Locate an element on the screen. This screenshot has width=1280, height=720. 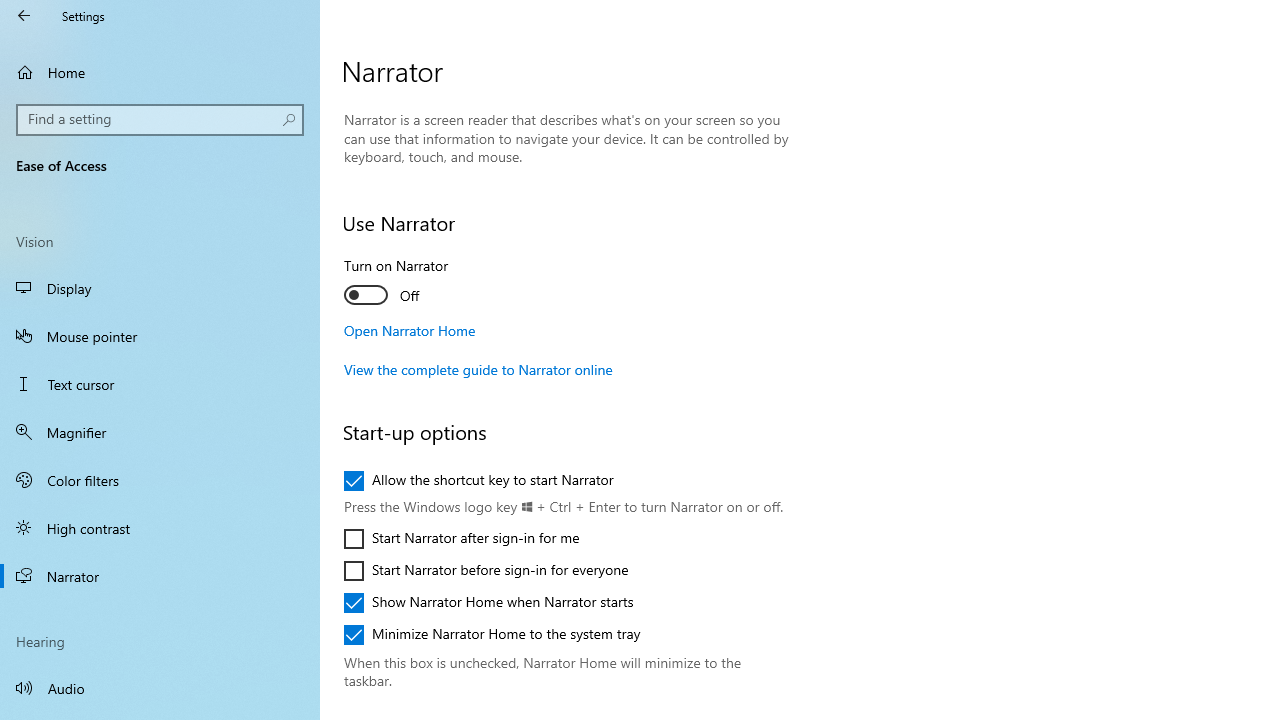
'Minimize Narrator Home to the system tray' is located at coordinates (492, 635).